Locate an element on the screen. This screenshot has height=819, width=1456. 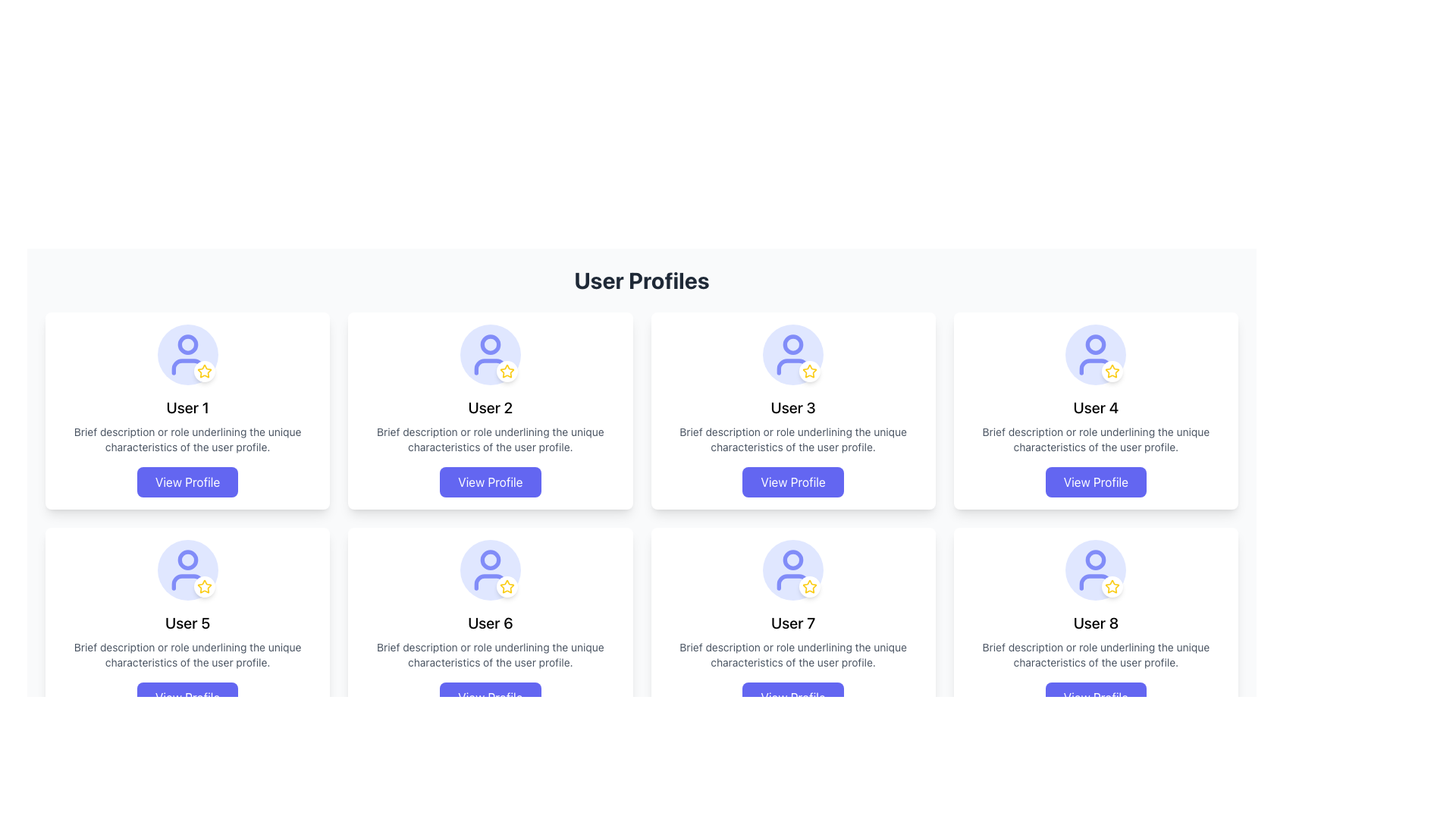
the indigo-colored icon representing a human figure, which is centered within a circular area above the user's name on the 'User 5' card is located at coordinates (187, 570).